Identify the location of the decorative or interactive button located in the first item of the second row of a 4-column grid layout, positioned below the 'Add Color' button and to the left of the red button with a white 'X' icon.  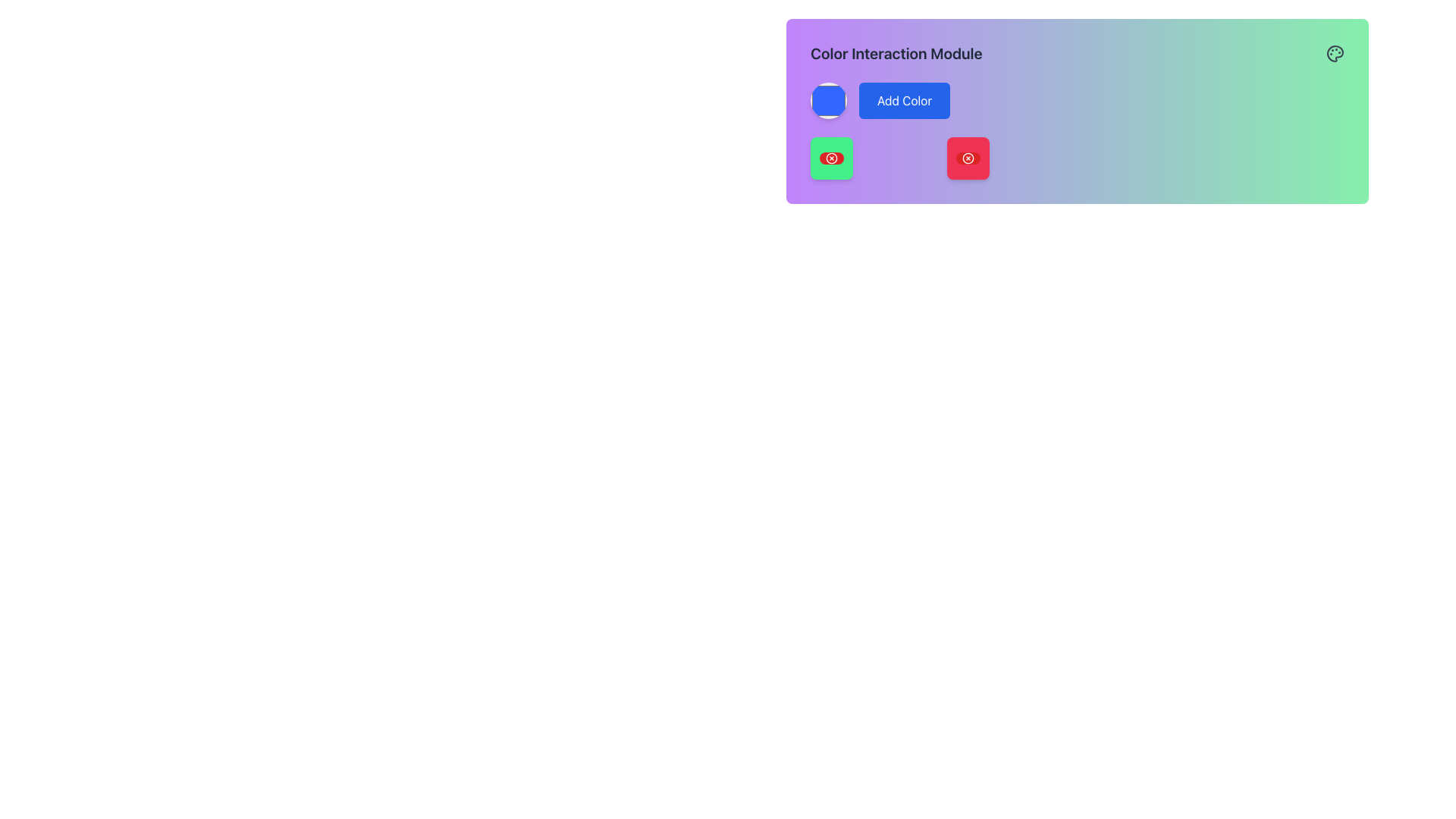
(831, 158).